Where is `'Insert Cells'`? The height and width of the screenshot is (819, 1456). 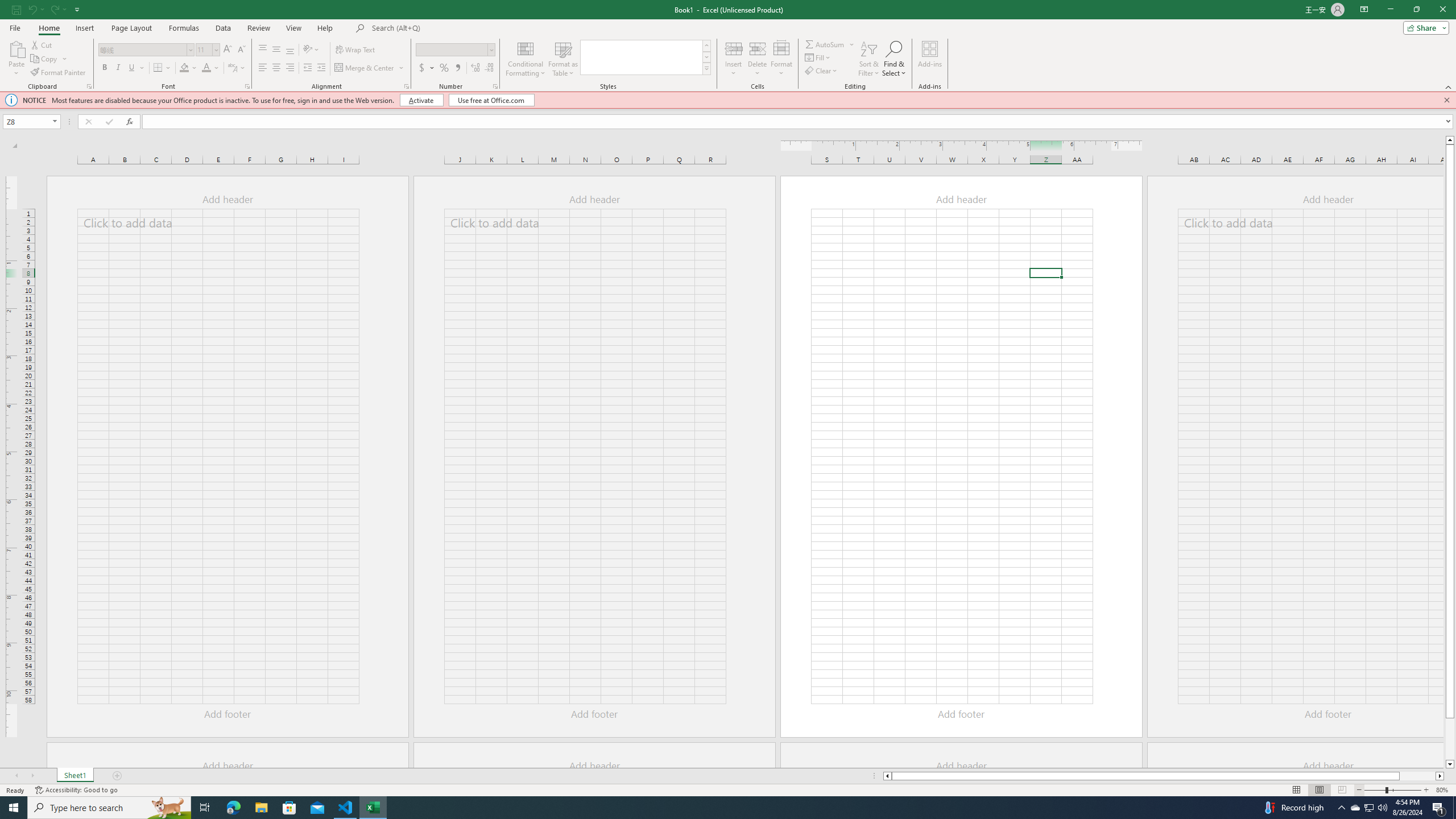
'Insert Cells' is located at coordinates (733, 48).